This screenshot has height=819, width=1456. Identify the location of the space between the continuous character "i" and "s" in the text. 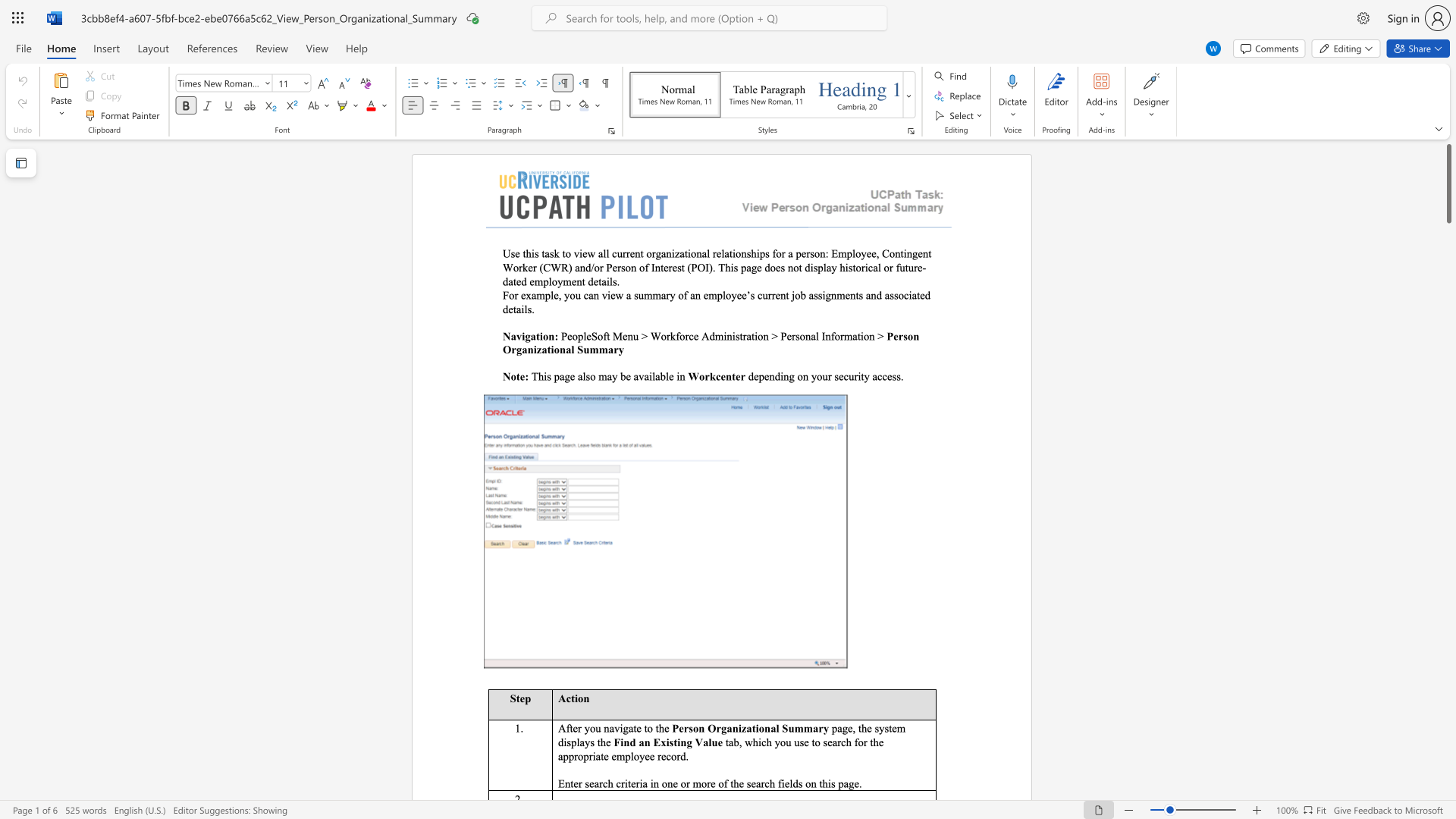
(546, 375).